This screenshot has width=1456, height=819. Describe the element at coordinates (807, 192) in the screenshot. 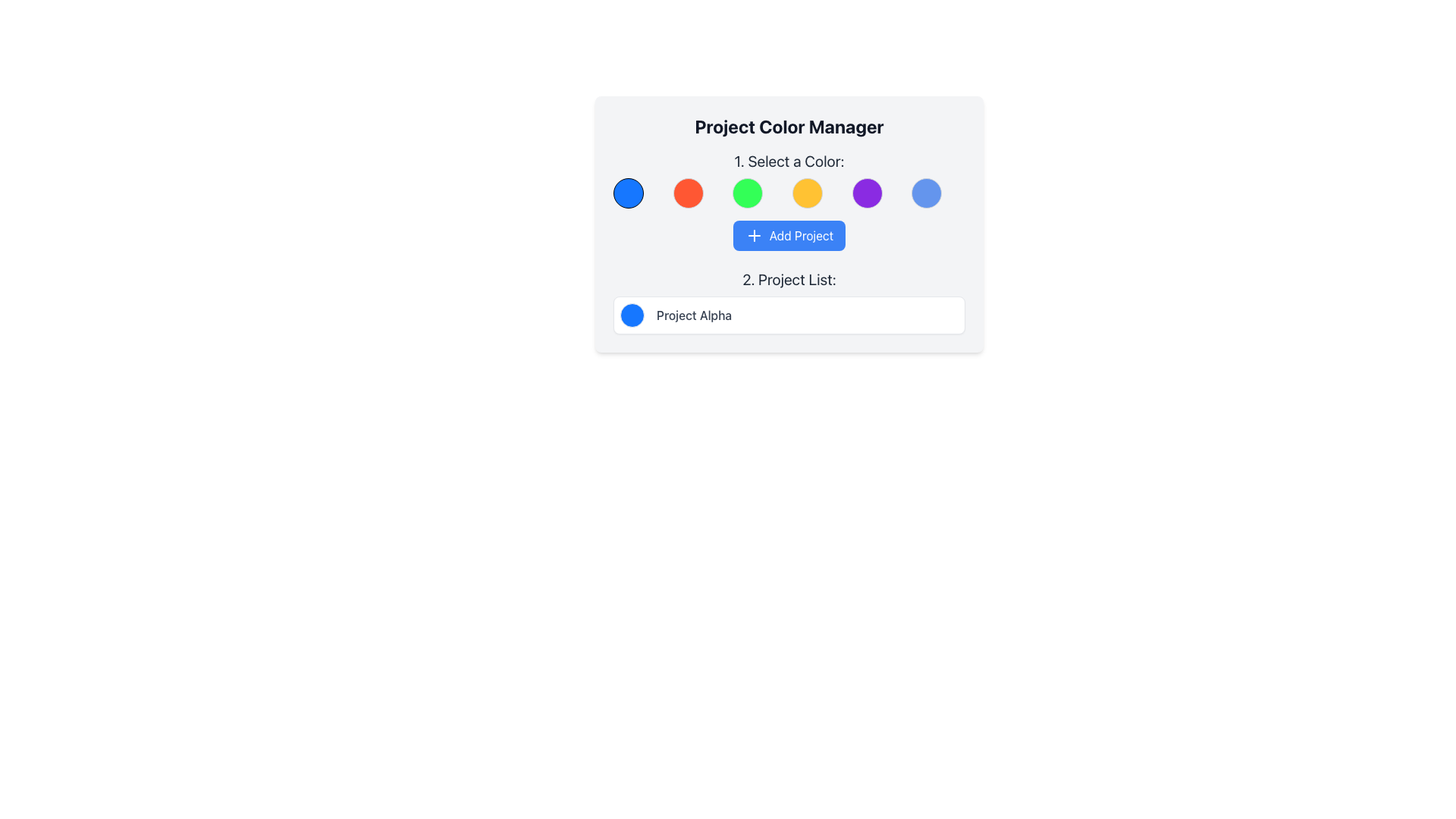

I see `the fourth circular color selection option labeled '1. Select a Color'` at that location.